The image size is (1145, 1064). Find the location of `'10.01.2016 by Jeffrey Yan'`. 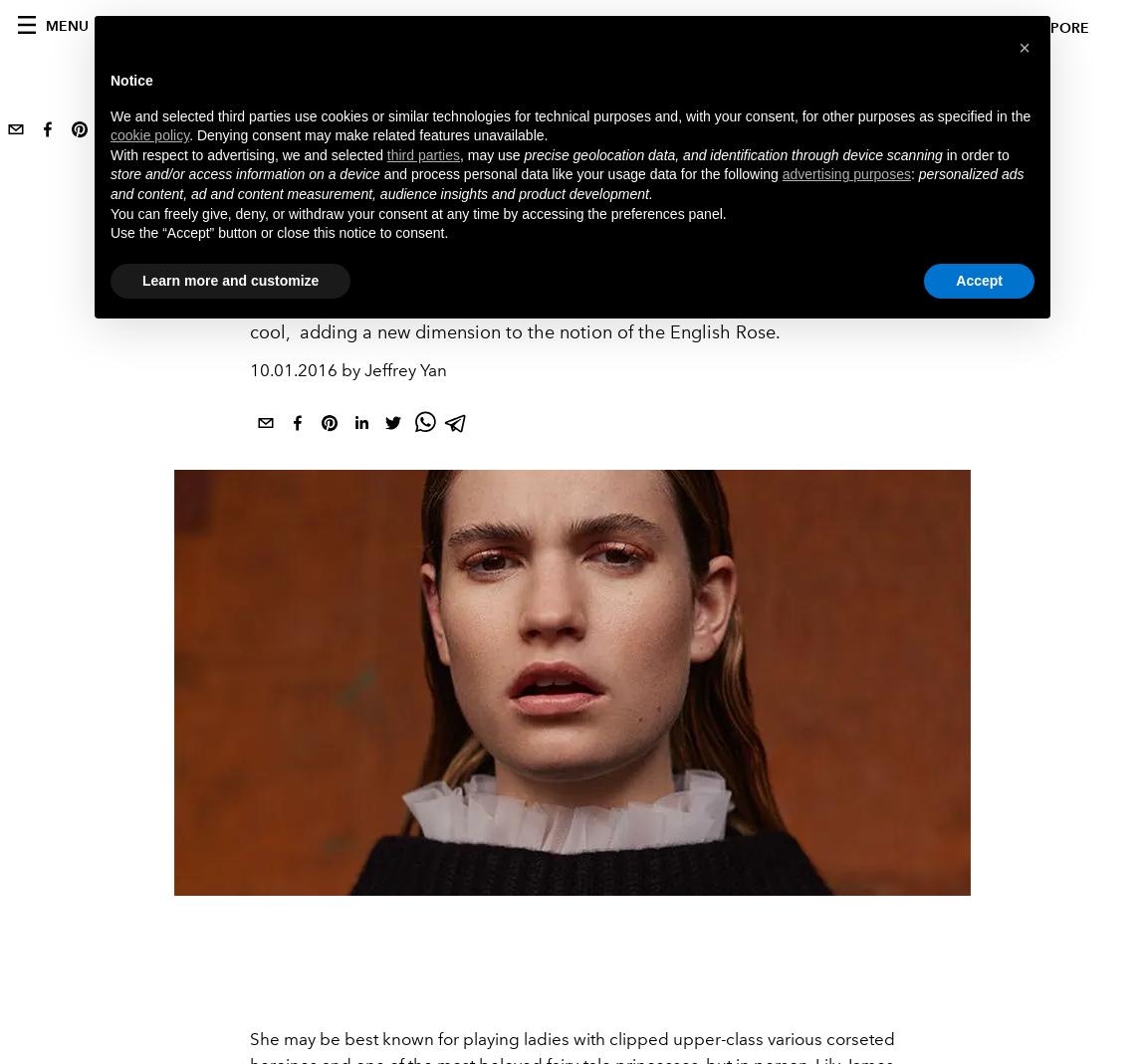

'10.01.2016 by Jeffrey Yan' is located at coordinates (347, 369).